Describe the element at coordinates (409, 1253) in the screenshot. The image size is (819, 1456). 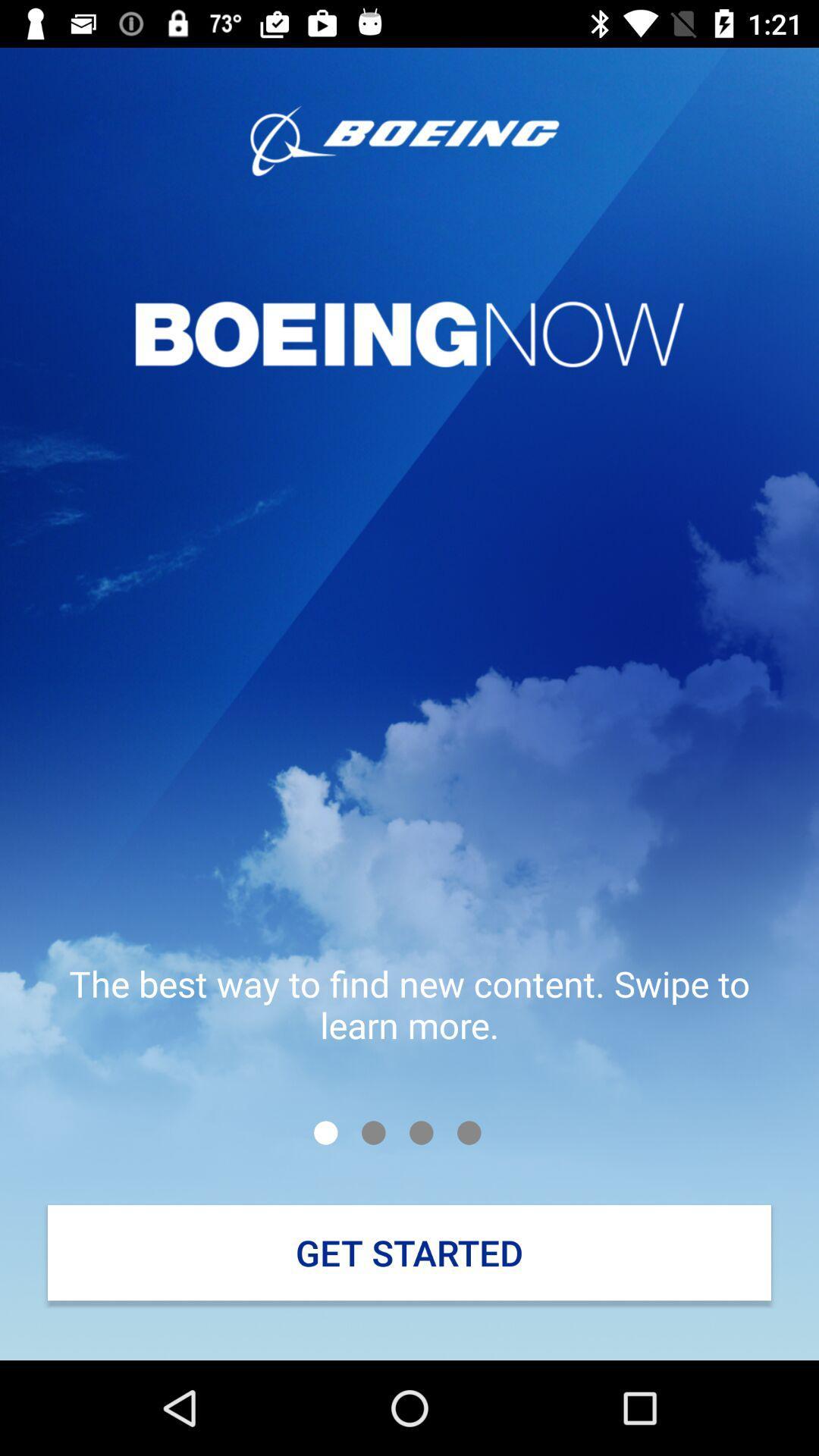
I see `the get started icon` at that location.